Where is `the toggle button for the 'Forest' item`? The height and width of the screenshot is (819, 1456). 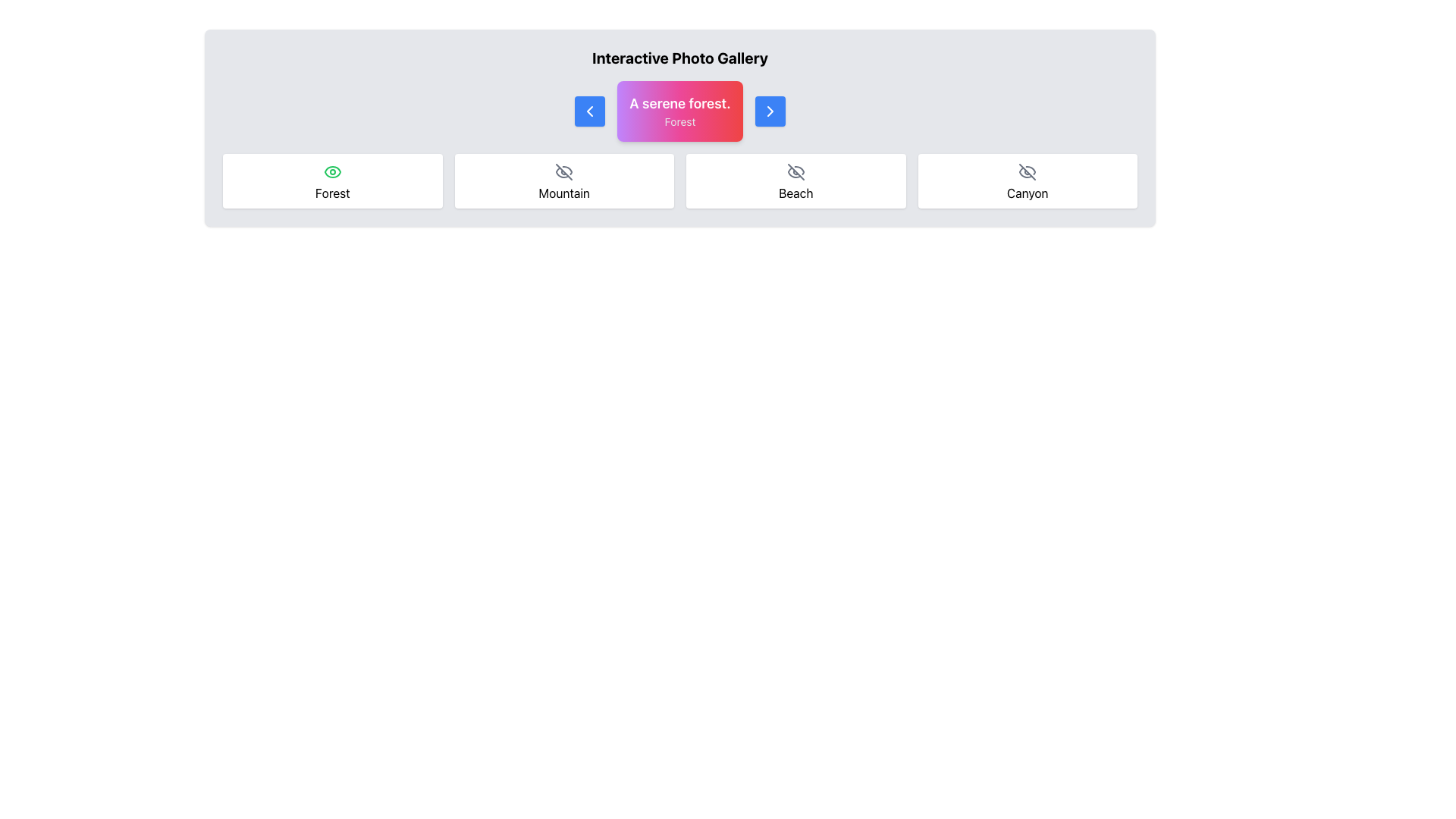
the toggle button for the 'Forest' item is located at coordinates (331, 171).